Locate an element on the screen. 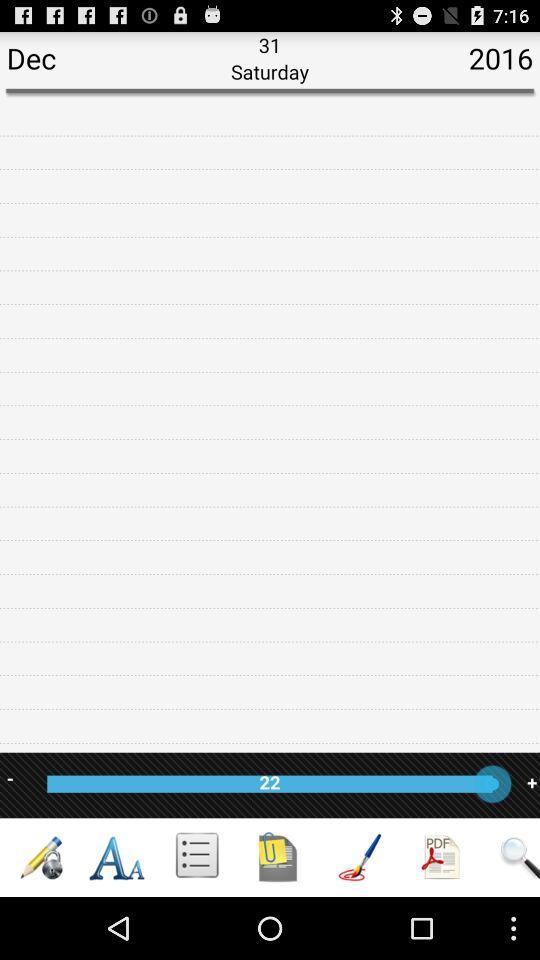 The height and width of the screenshot is (960, 540). the list icon is located at coordinates (197, 917).